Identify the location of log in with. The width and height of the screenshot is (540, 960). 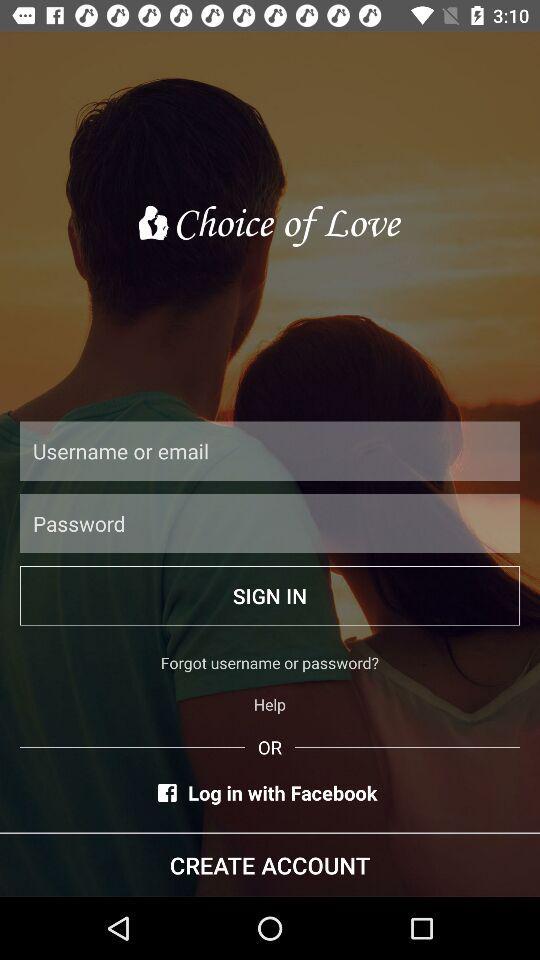
(269, 792).